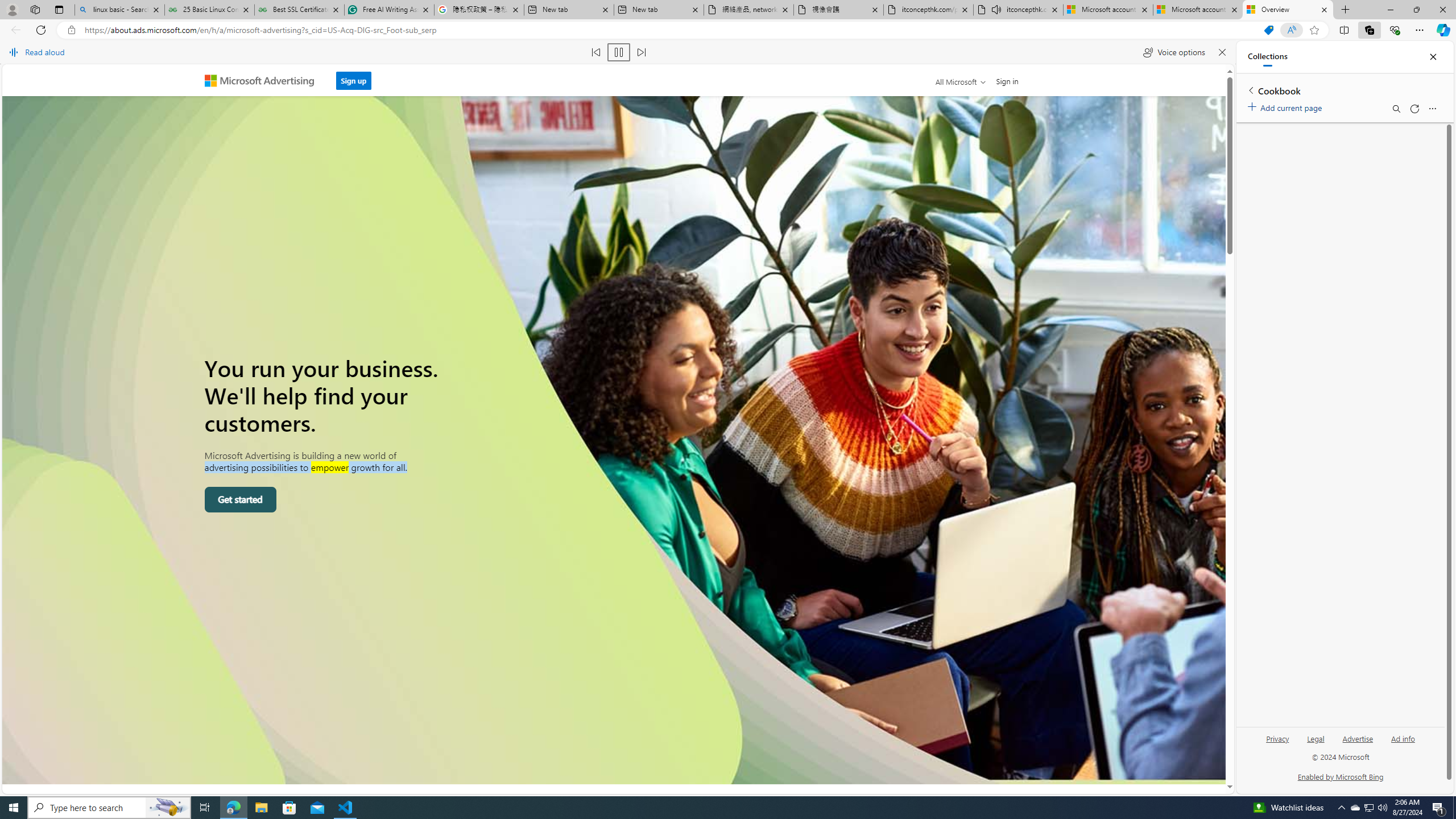 The height and width of the screenshot is (819, 1456). What do you see at coordinates (118, 9) in the screenshot?
I see `'linux basic - Search'` at bounding box center [118, 9].